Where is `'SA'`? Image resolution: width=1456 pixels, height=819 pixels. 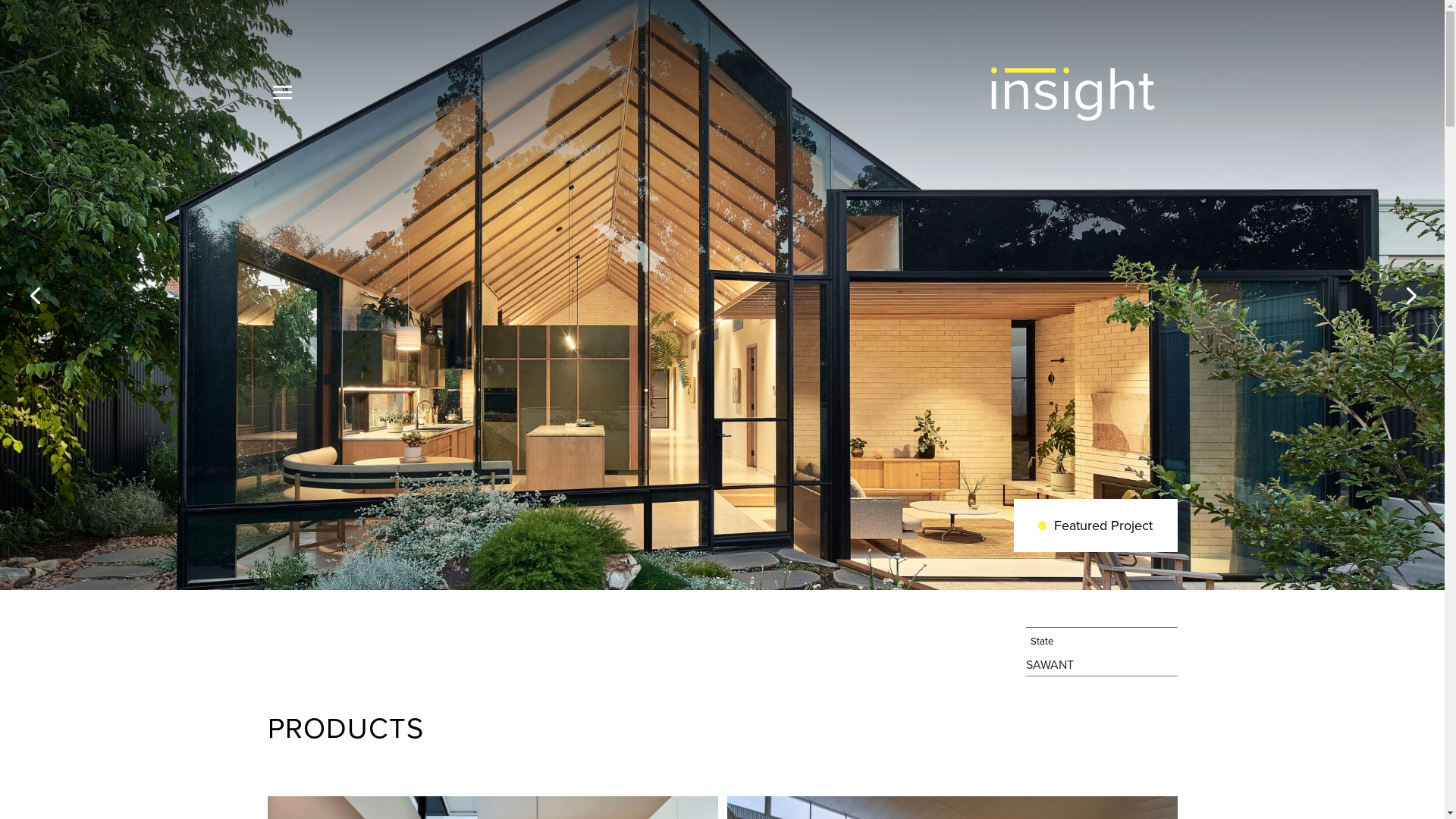
'SA' is located at coordinates (1031, 664).